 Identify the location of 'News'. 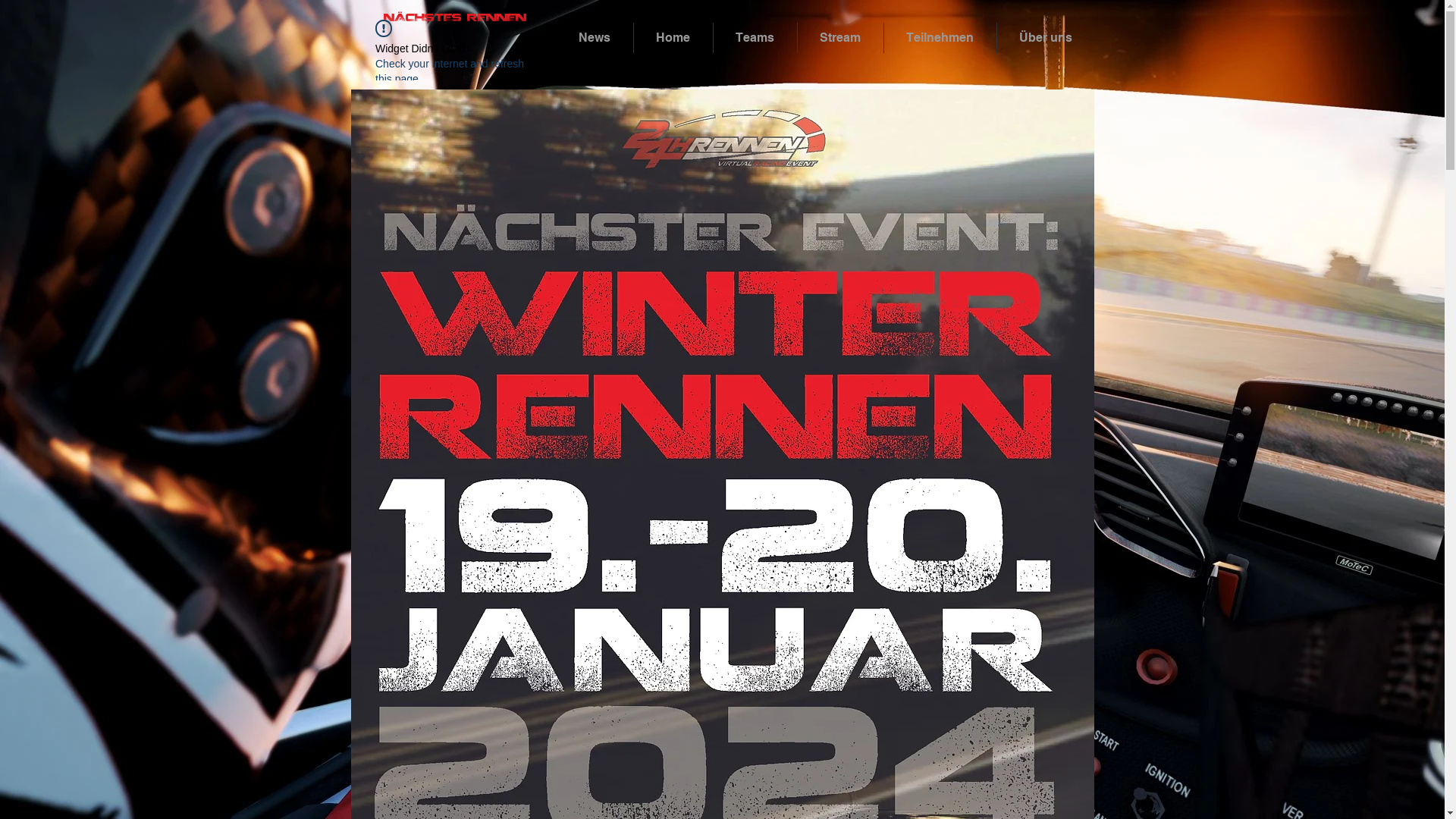
(594, 37).